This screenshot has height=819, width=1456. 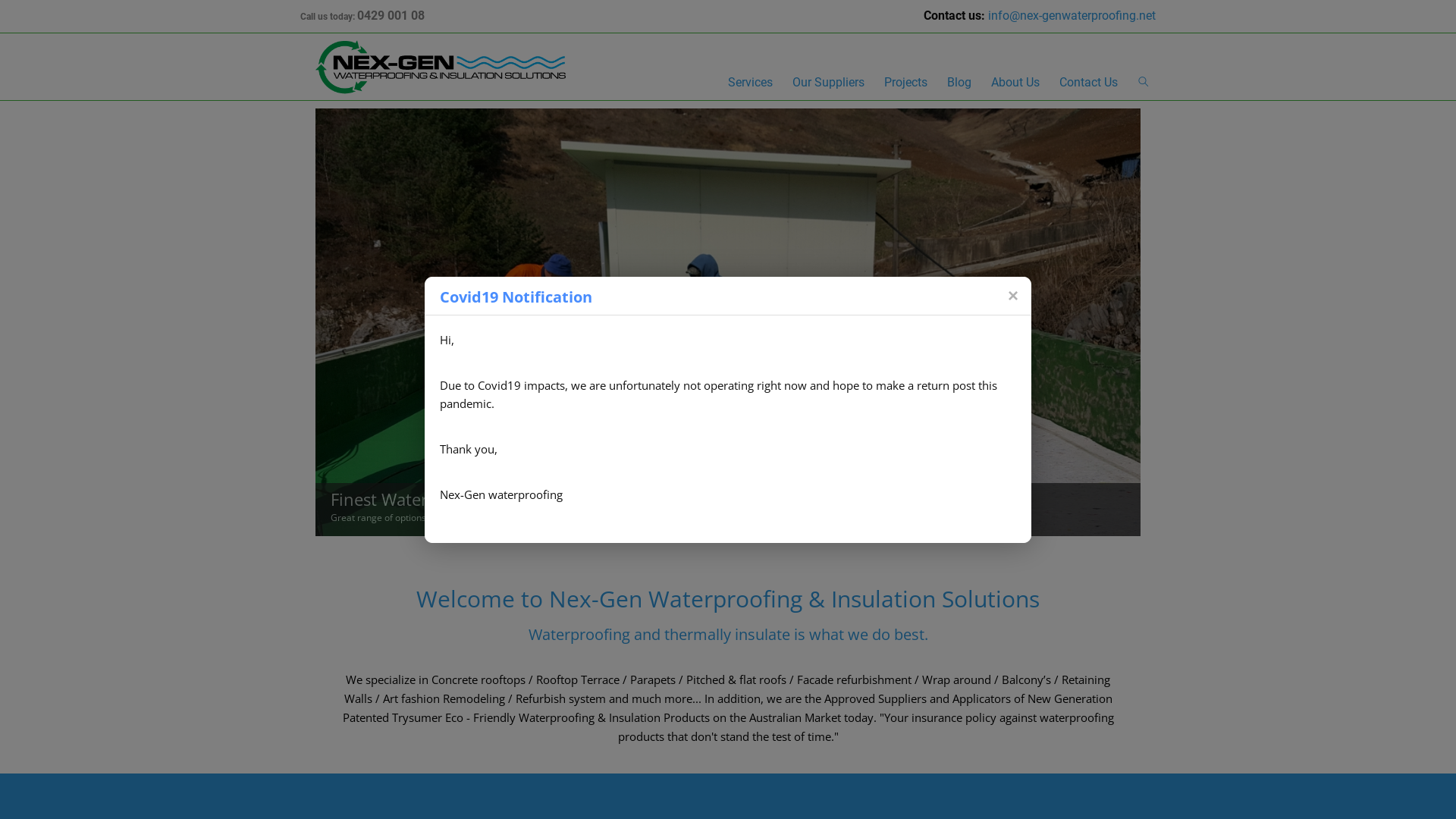 What do you see at coordinates (905, 84) in the screenshot?
I see `'Projects'` at bounding box center [905, 84].